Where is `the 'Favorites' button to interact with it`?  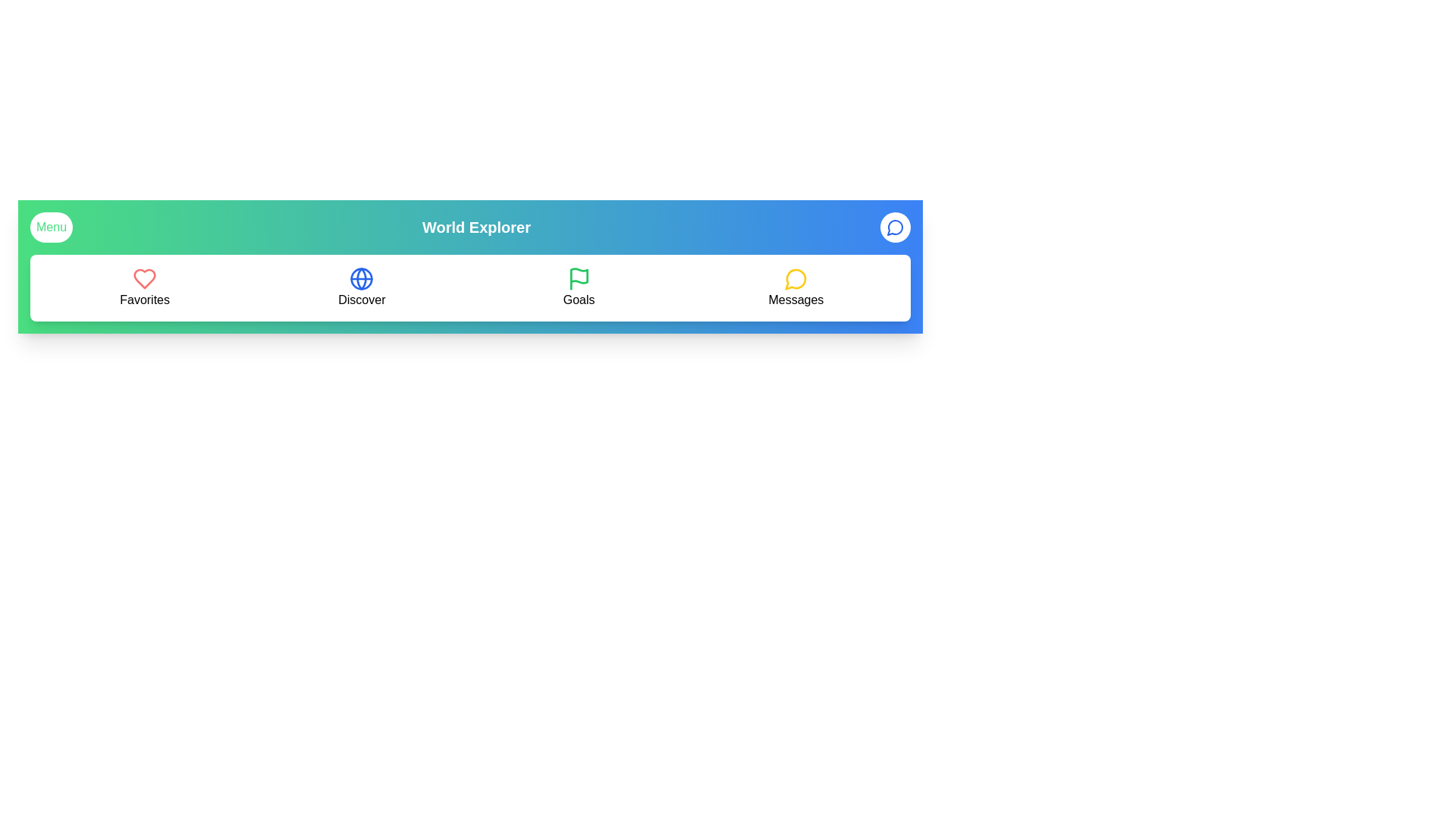
the 'Favorites' button to interact with it is located at coordinates (145, 288).